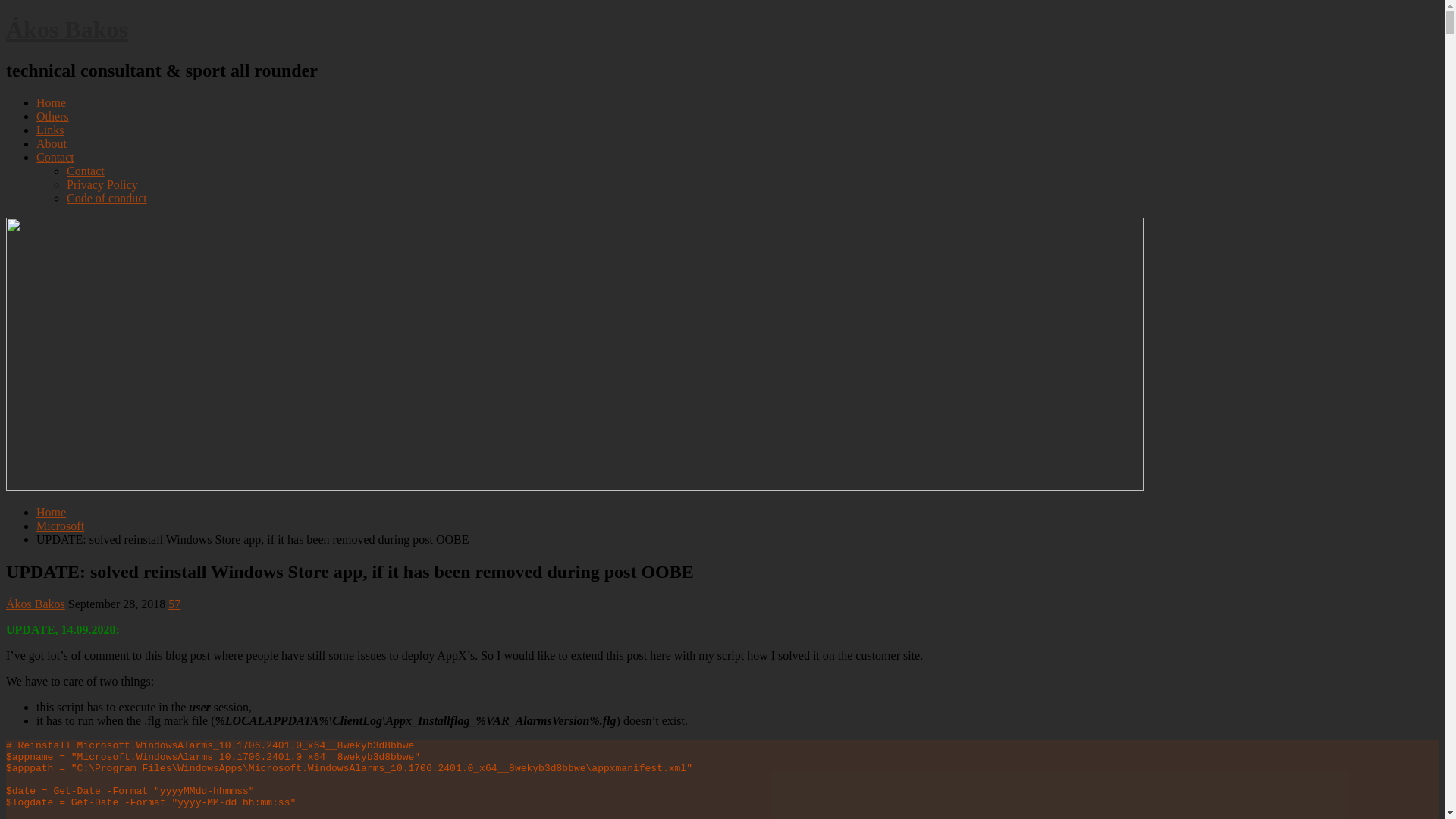 This screenshot has width=1456, height=819. Describe the element at coordinates (51, 102) in the screenshot. I see `'Home'` at that location.